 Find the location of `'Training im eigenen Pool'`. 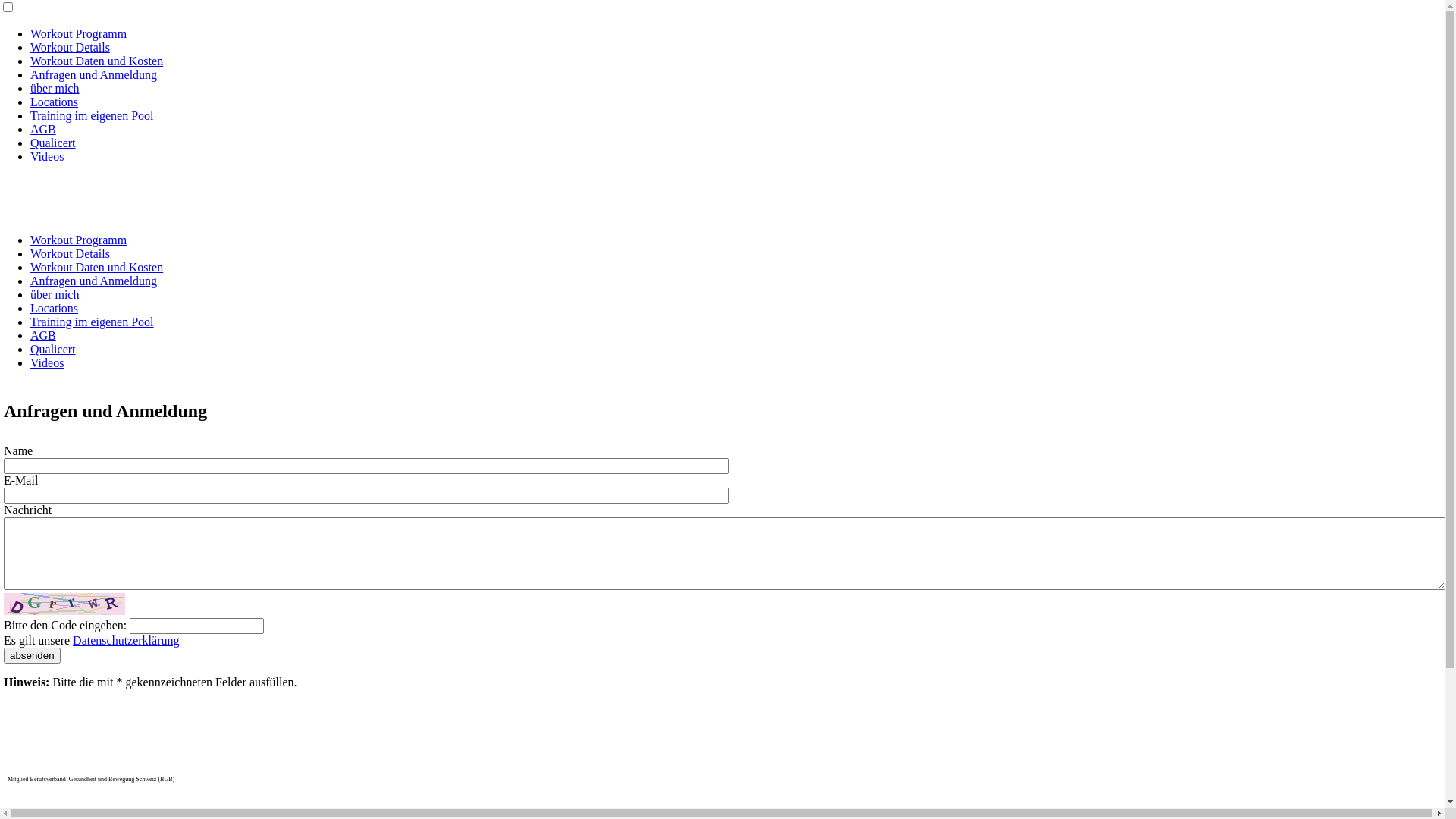

'Training im eigenen Pool' is located at coordinates (91, 321).